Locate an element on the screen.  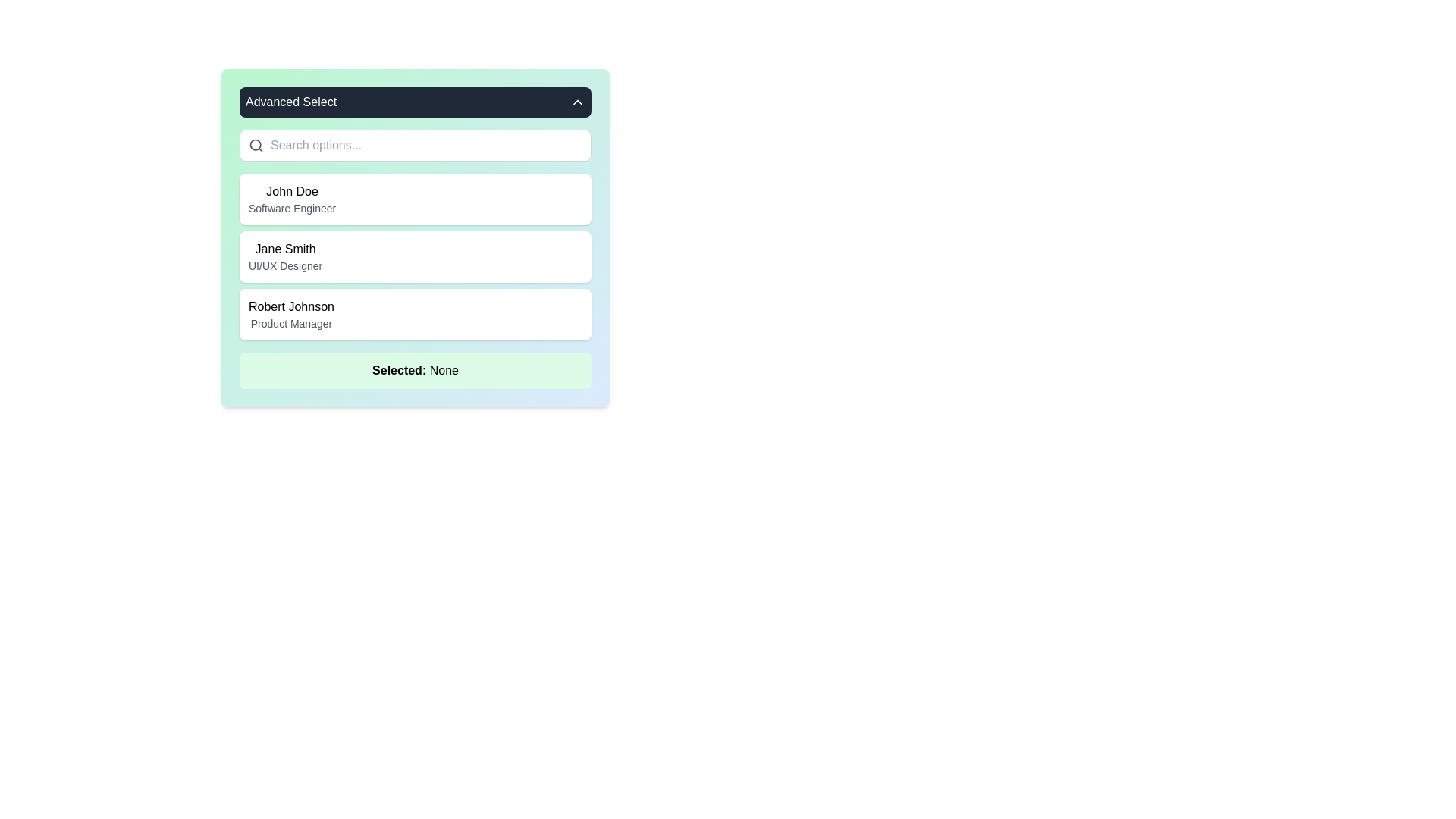
the SVG circle component that represents the lens of the magnifying glass icon in the search bar, located near the top of the interface below the 'Advanced Select' label is located at coordinates (256, 145).